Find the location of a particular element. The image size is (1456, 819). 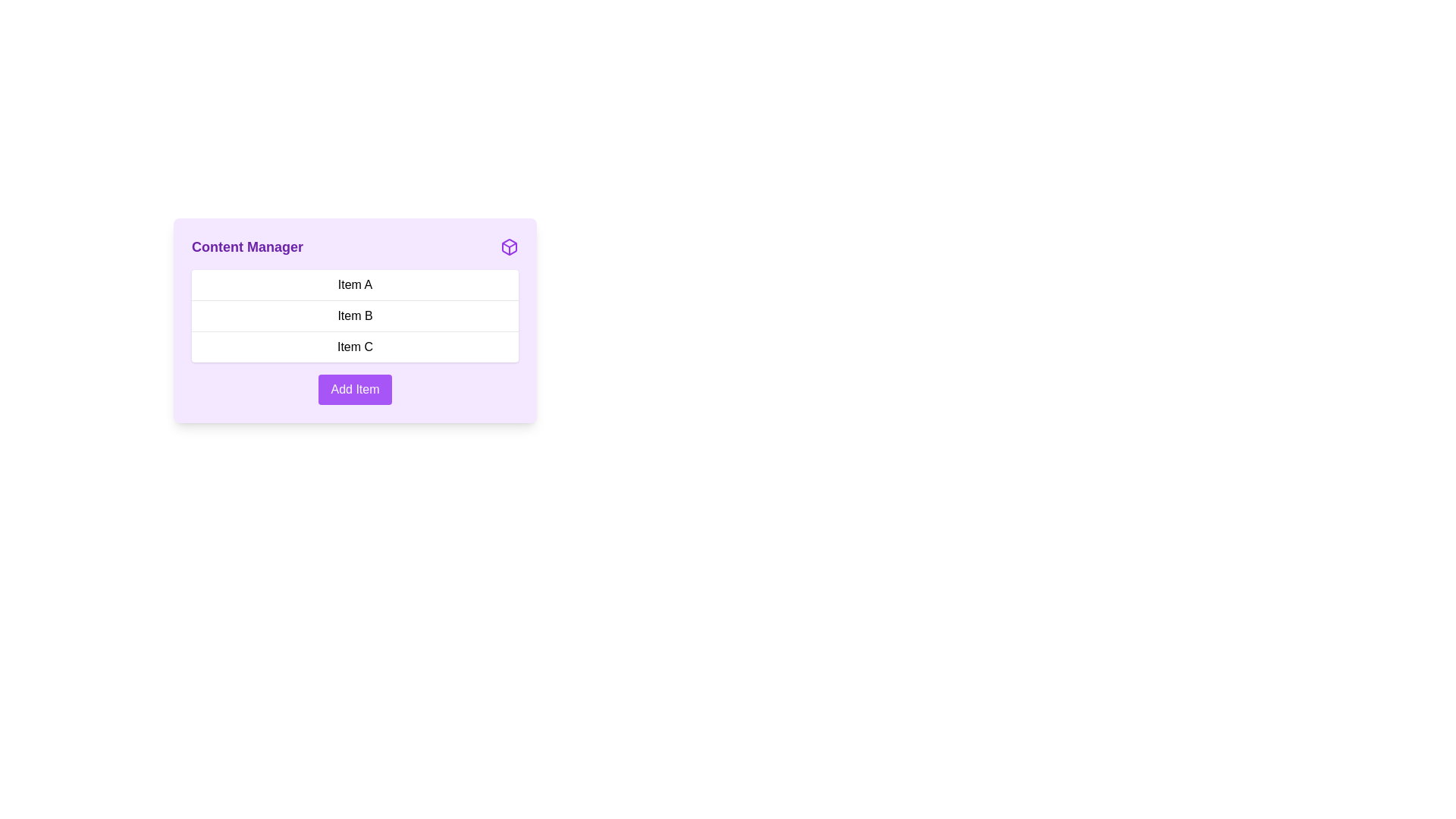

the list items in the 'Content Manager' section, which has a purple header and contains labeled items ('Item A', 'Item B', 'Item C') and an 'Add Item' button is located at coordinates (354, 390).